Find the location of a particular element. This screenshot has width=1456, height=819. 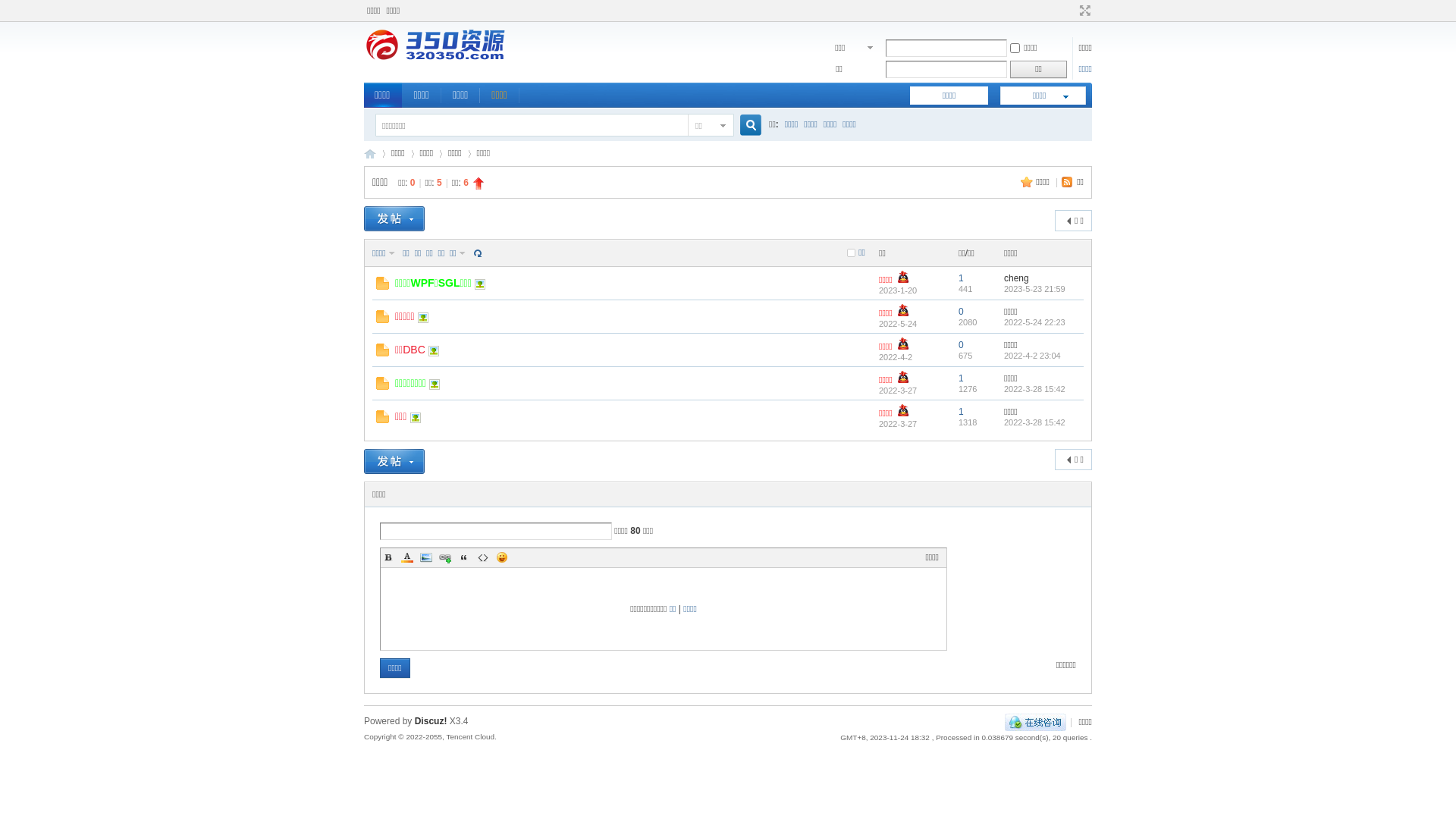

'1' is located at coordinates (957, 278).